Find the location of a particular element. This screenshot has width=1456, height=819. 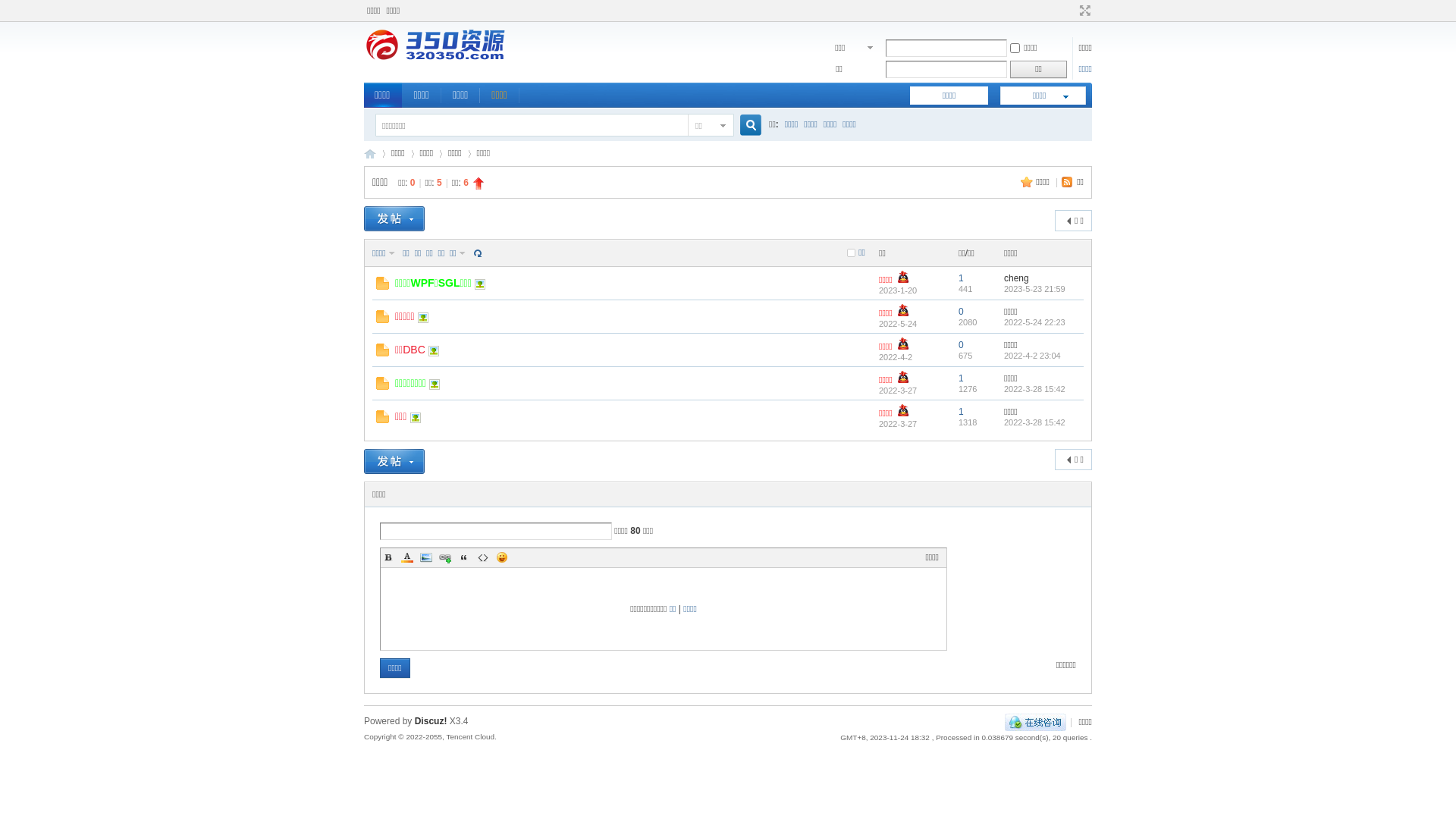

'1' is located at coordinates (957, 278).